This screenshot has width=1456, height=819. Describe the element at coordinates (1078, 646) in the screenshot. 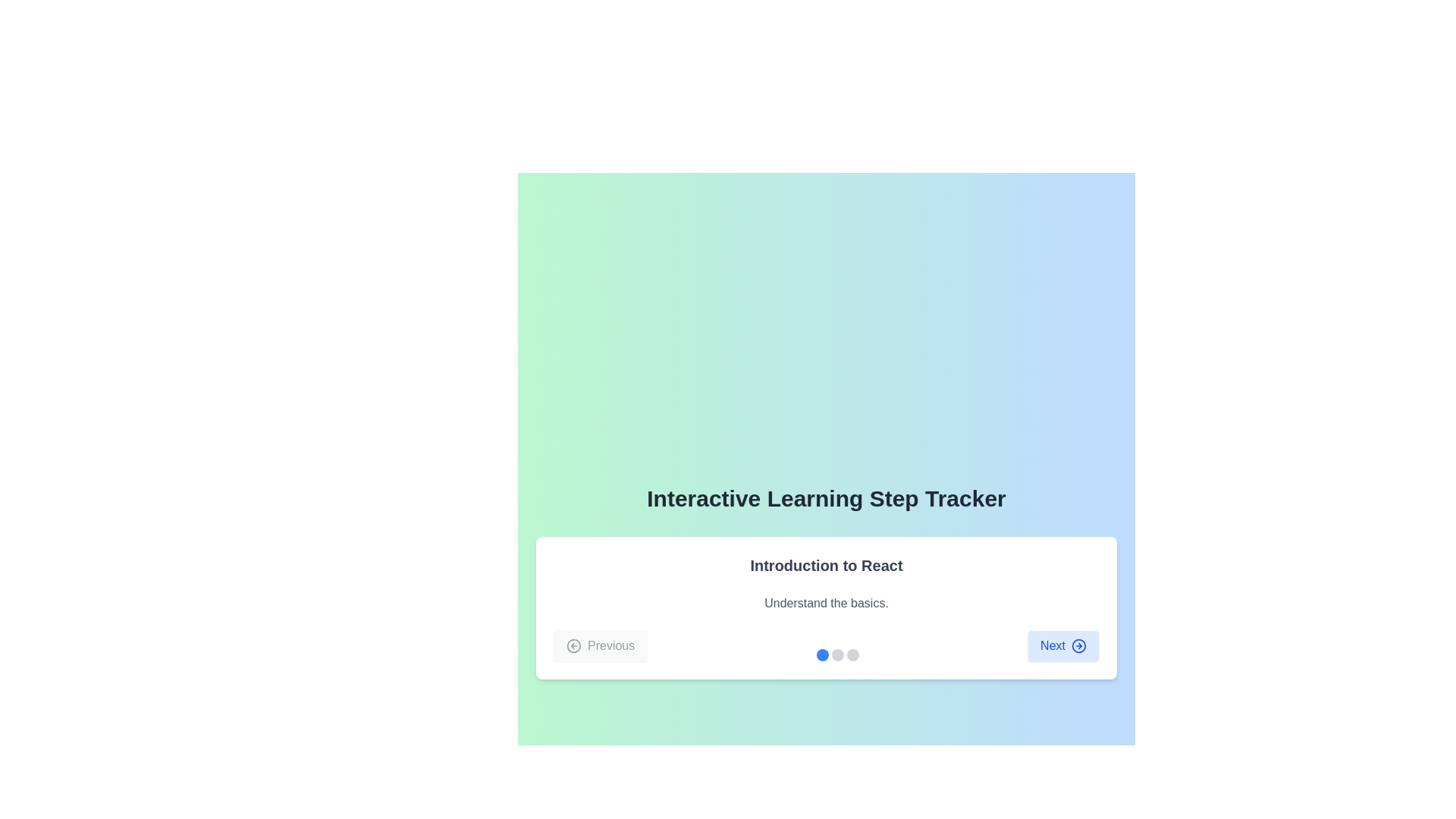

I see `the 'Next' button located at the bottom-right of the visible card, which is visually reinforced by the icon indicating progression to the next step or page` at that location.